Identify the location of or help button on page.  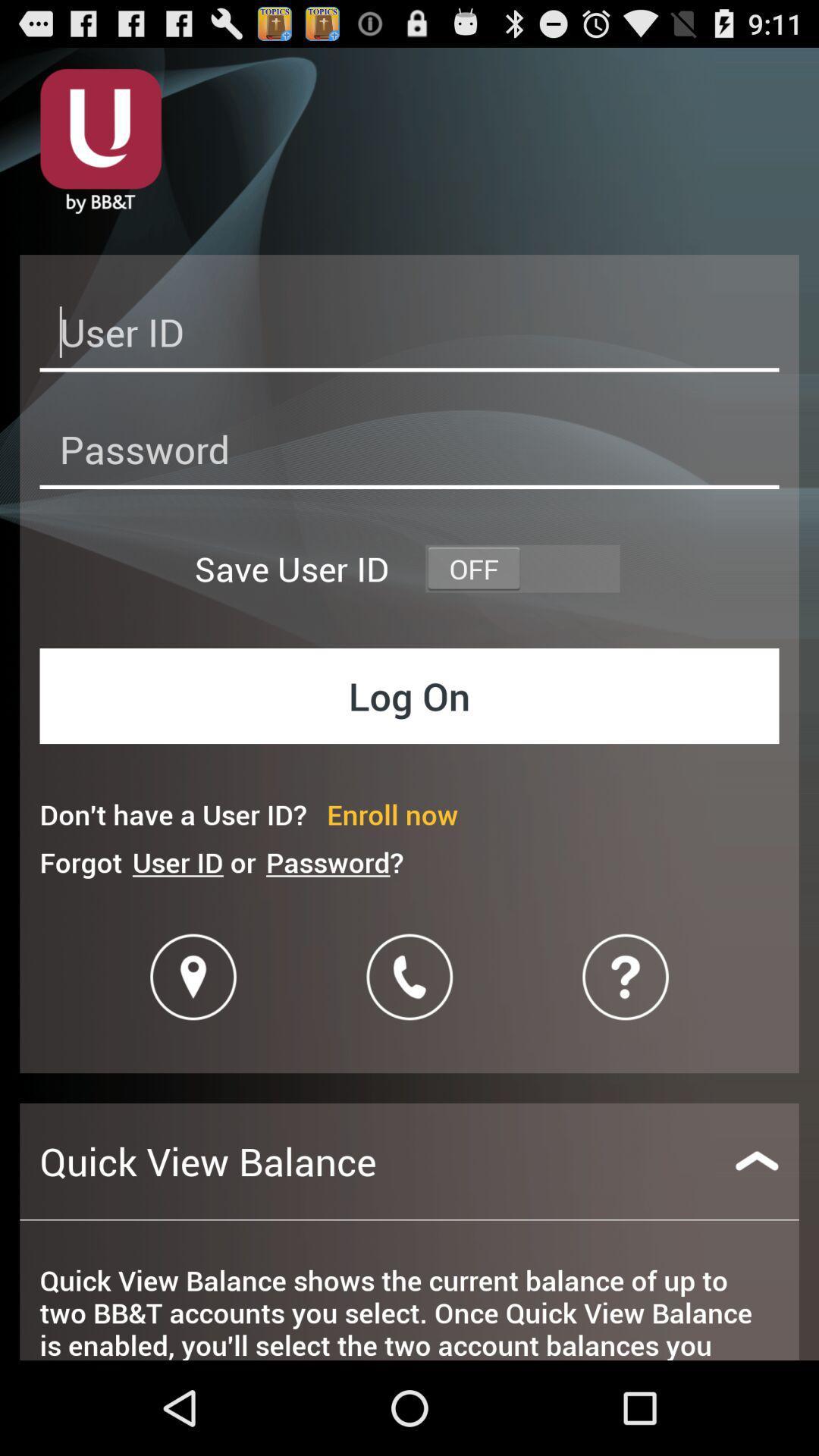
(626, 977).